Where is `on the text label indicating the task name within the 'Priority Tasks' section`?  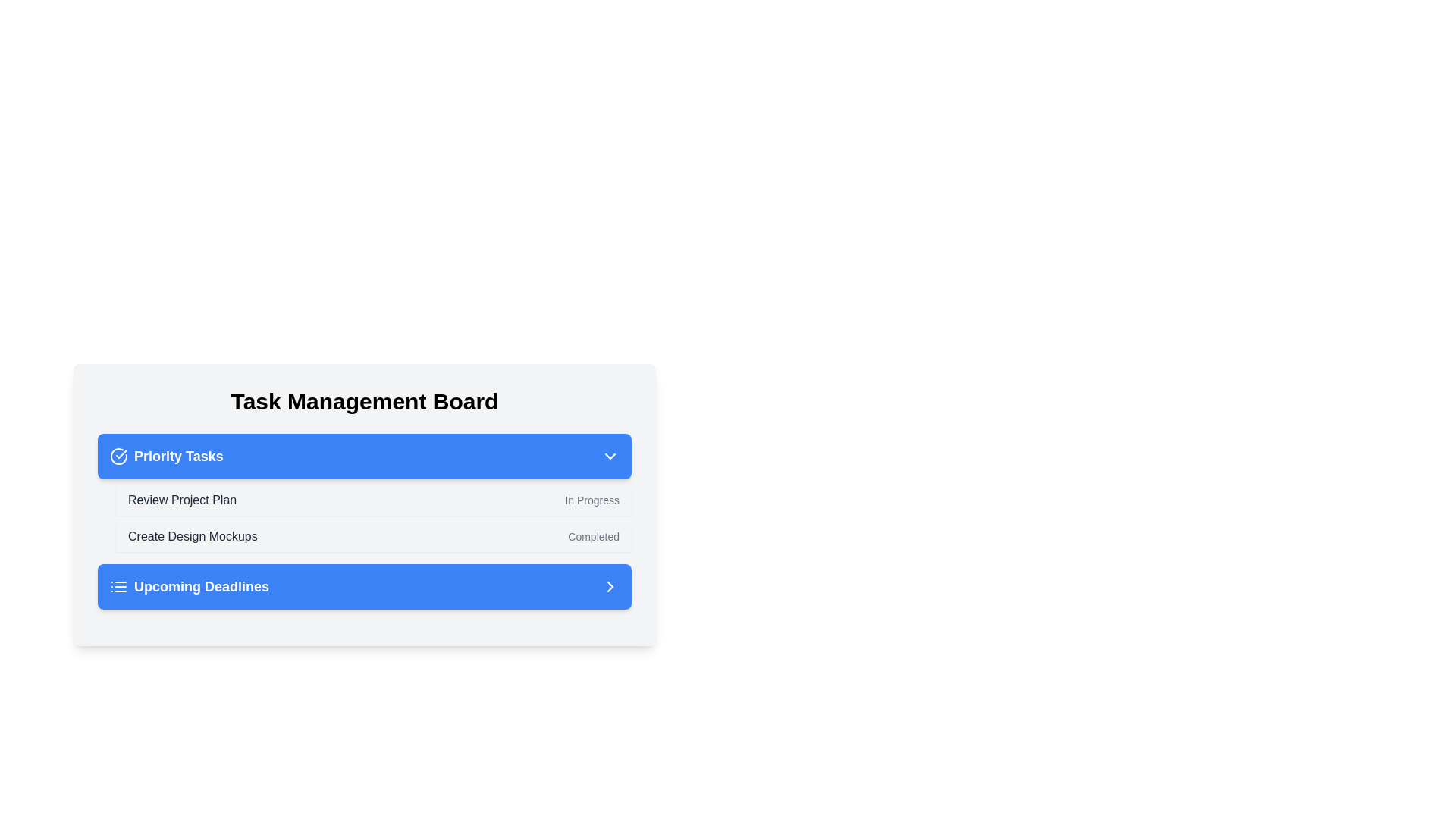
on the text label indicating the task name within the 'Priority Tasks' section is located at coordinates (192, 536).